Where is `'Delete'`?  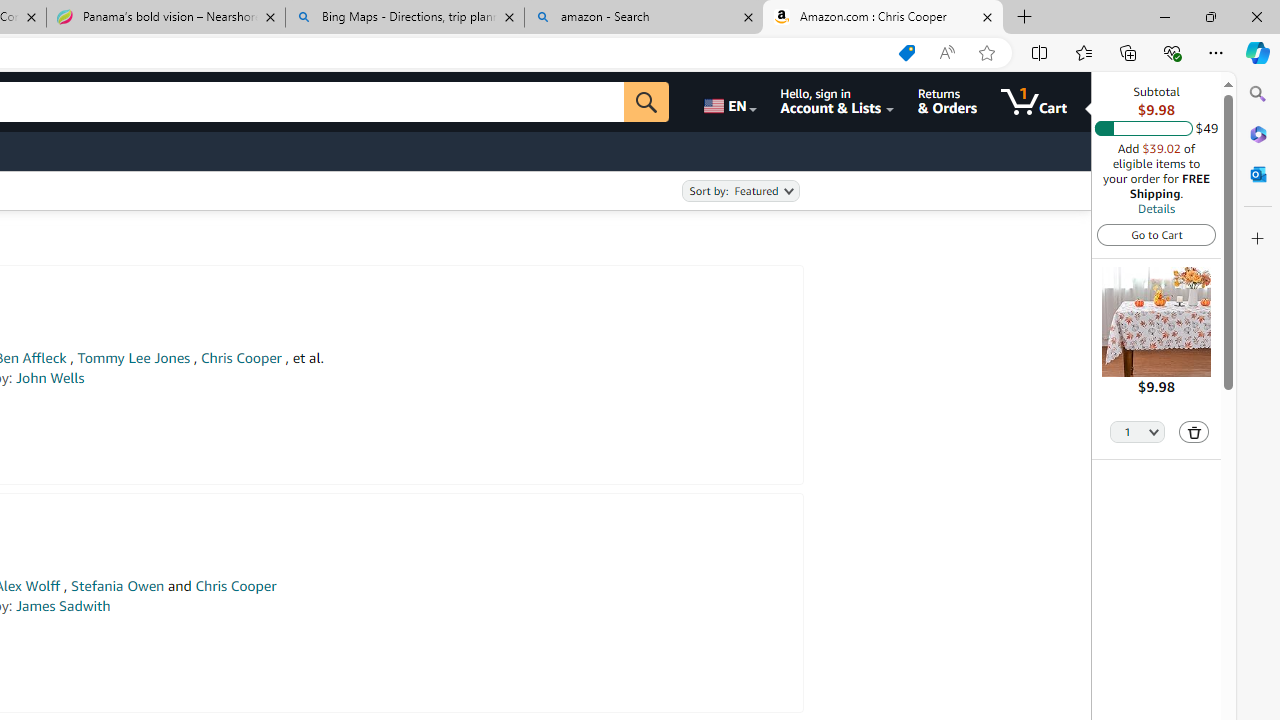
'Delete' is located at coordinates (1194, 430).